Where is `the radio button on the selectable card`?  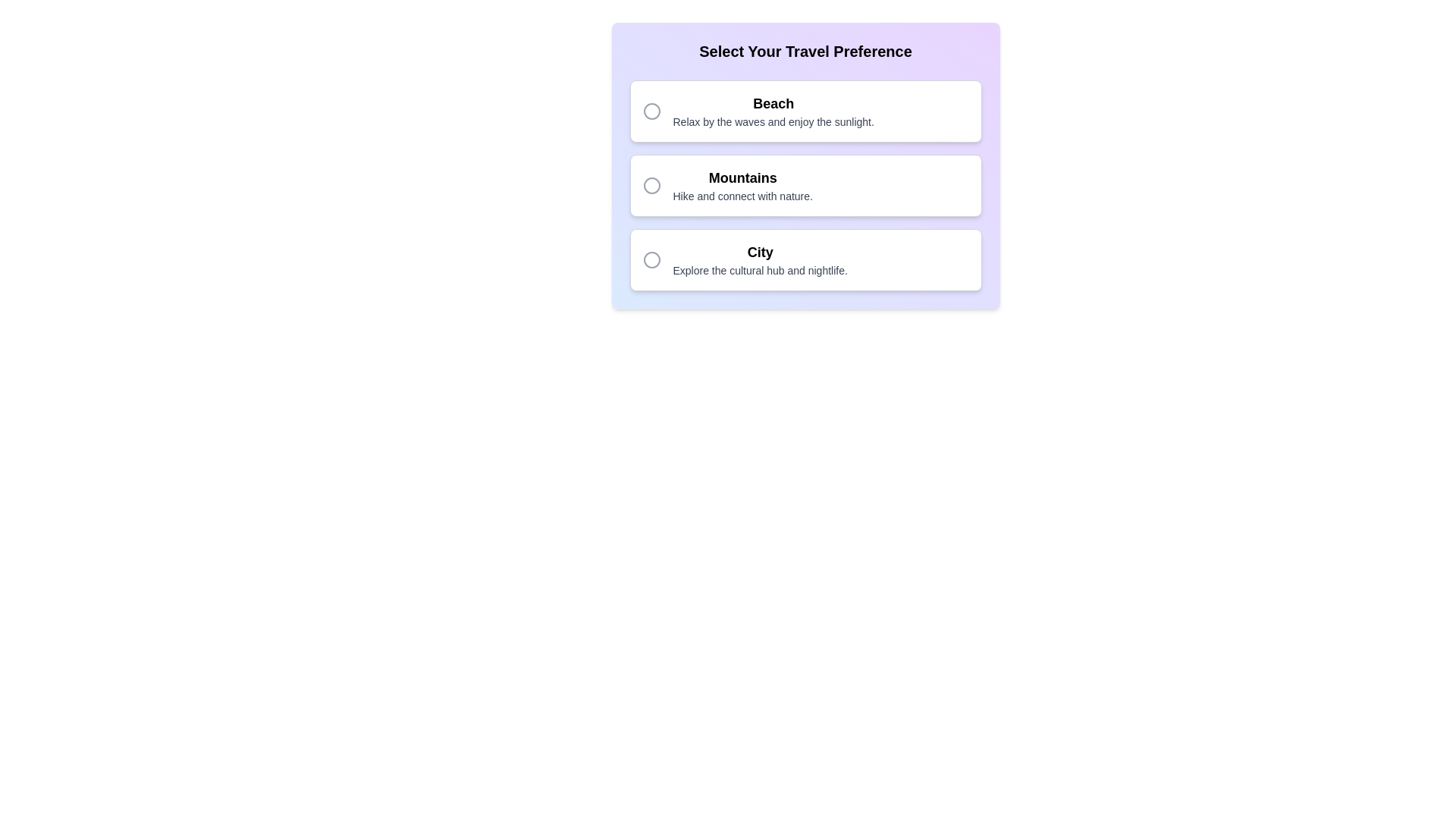 the radio button on the selectable card is located at coordinates (805, 110).